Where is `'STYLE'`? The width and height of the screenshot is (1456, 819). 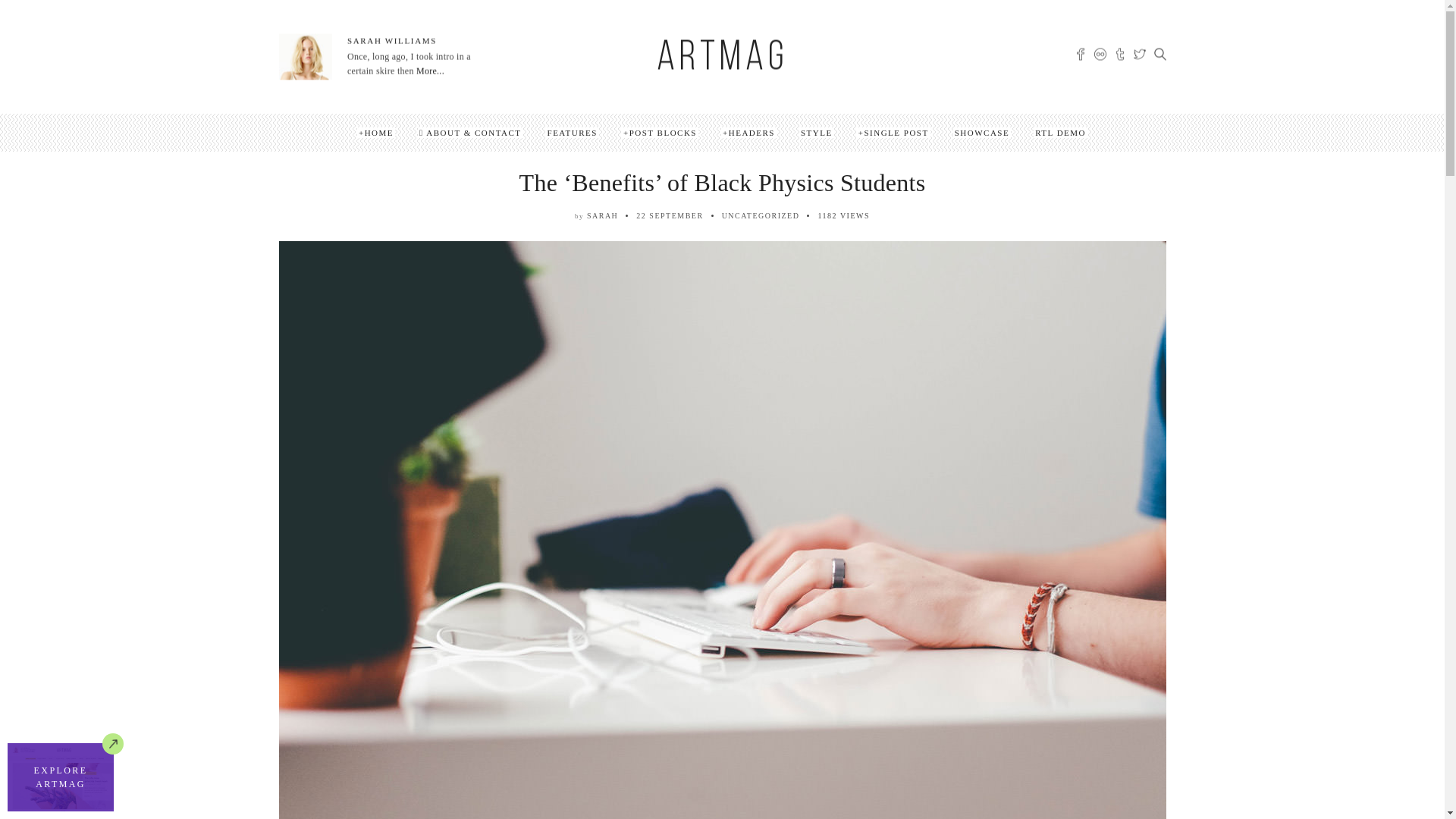 'STYLE' is located at coordinates (815, 131).